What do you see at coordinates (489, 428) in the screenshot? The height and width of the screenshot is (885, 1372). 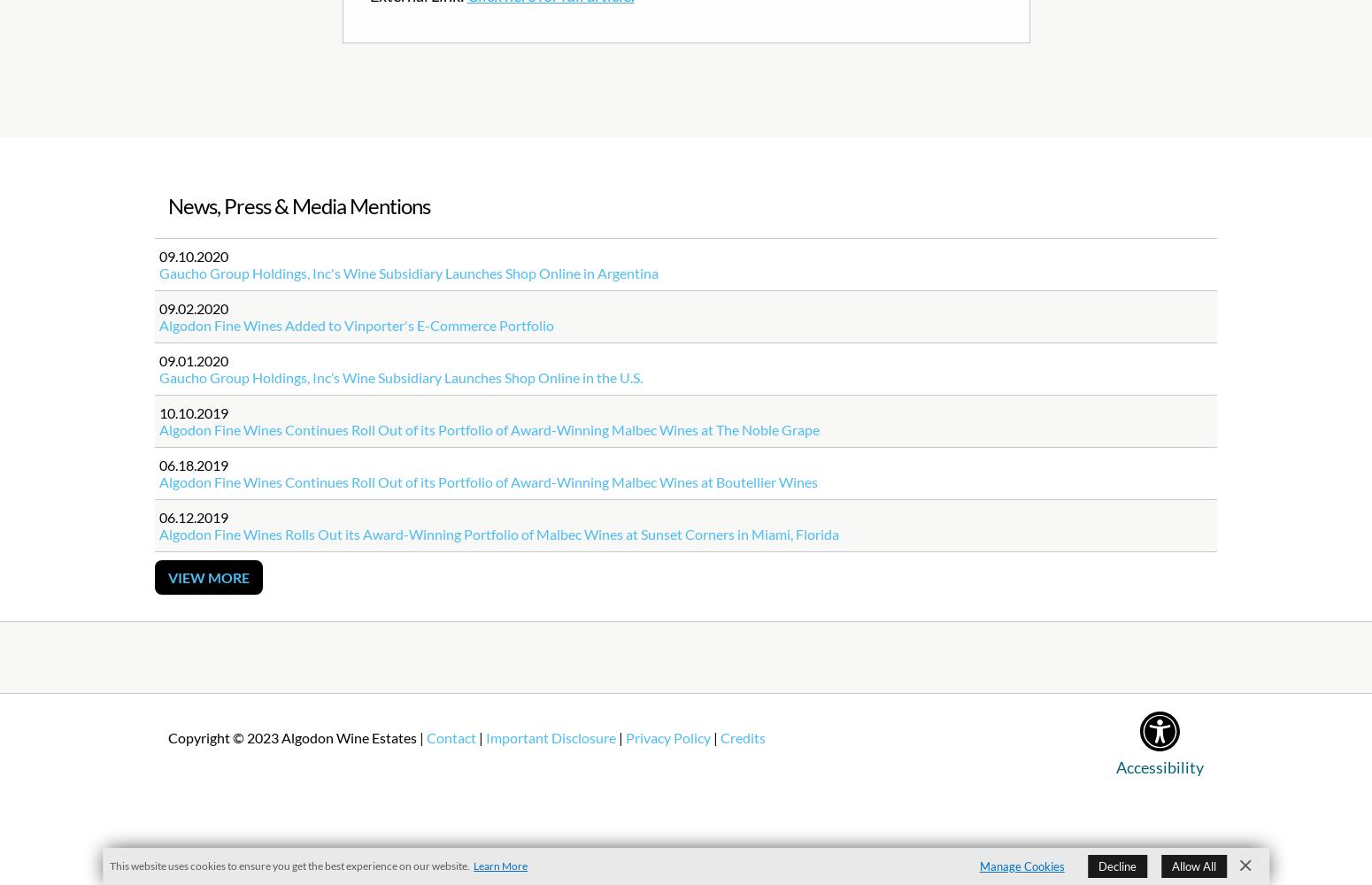 I see `'Algodon Fine Wines Continues Roll Out of its Portfolio of Award-Winning Malbec Wines at The Noble Grape'` at bounding box center [489, 428].